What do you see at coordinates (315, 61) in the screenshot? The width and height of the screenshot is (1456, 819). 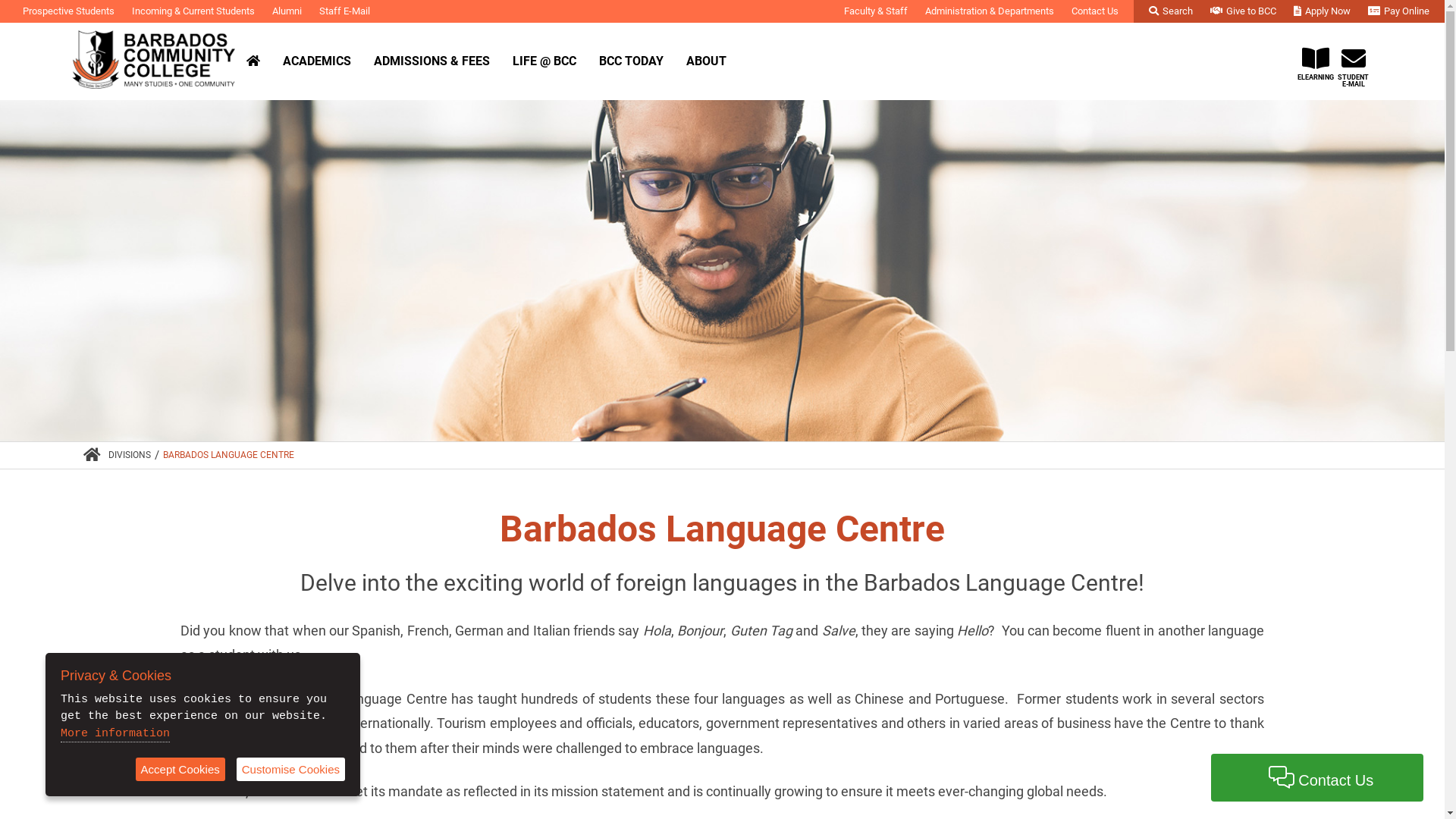 I see `'ACADEMICS'` at bounding box center [315, 61].